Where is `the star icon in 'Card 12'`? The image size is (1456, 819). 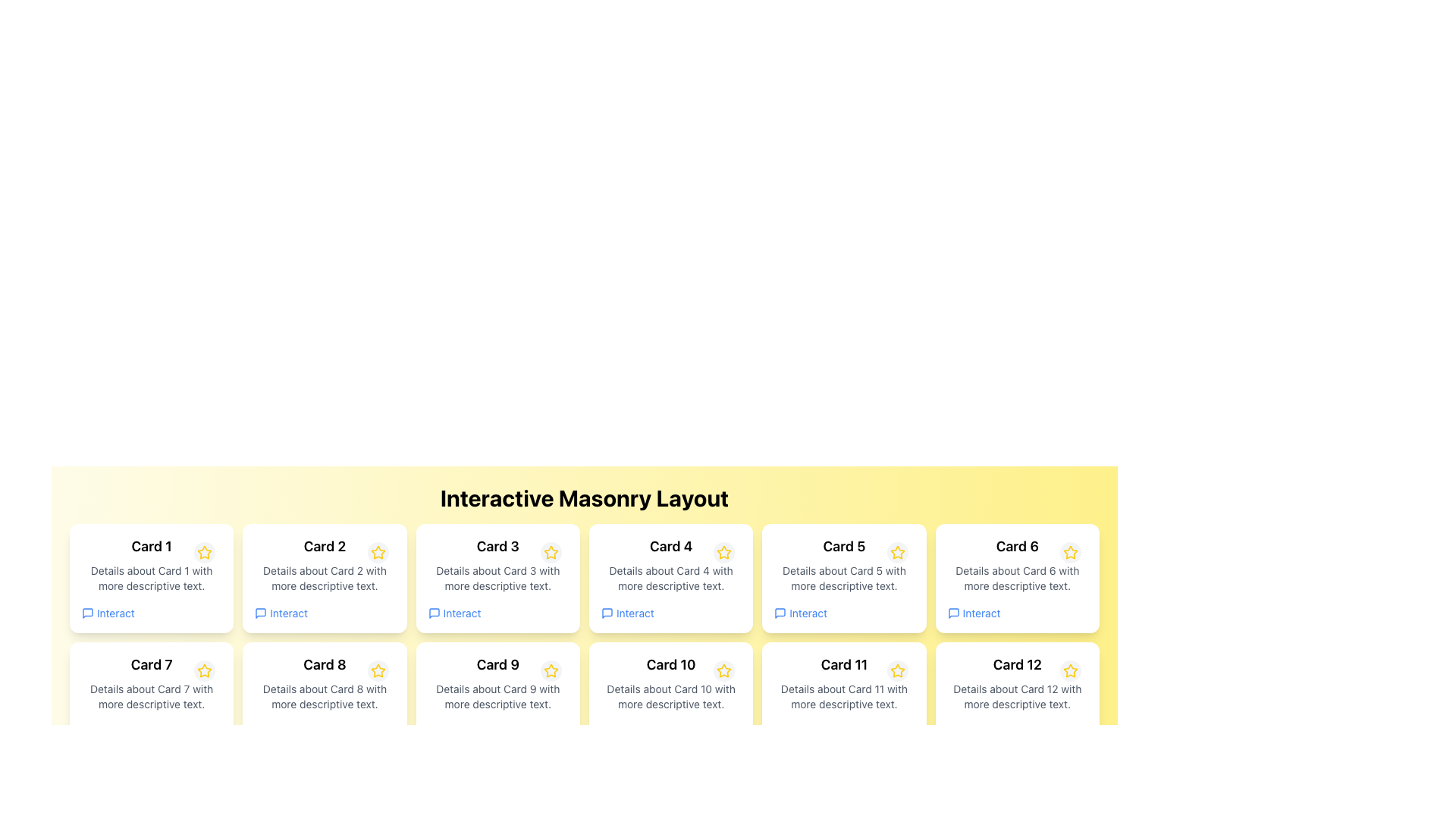 the star icon in 'Card 12' is located at coordinates (1017, 696).